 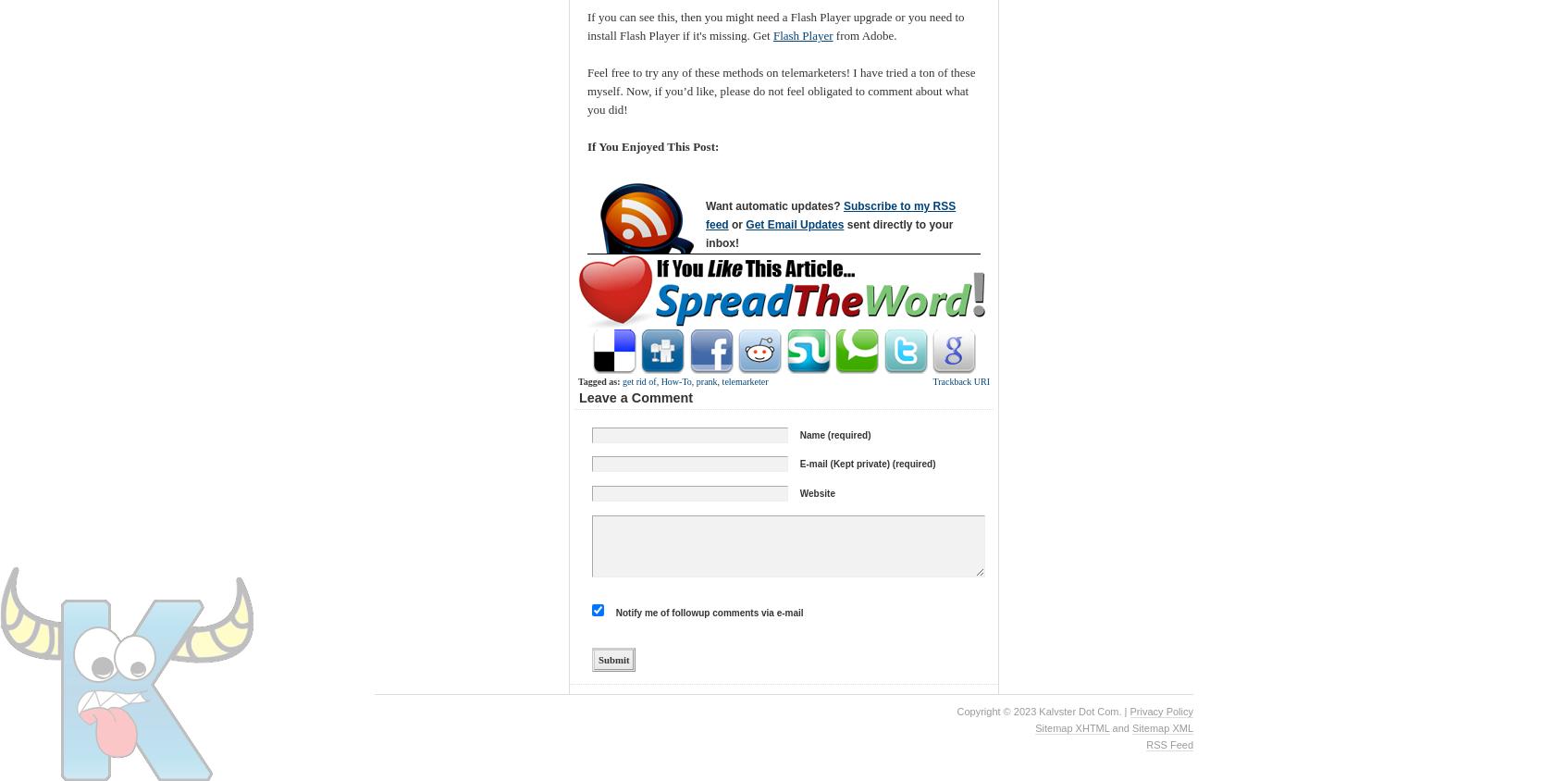 What do you see at coordinates (660, 380) in the screenshot?
I see `'How-To'` at bounding box center [660, 380].